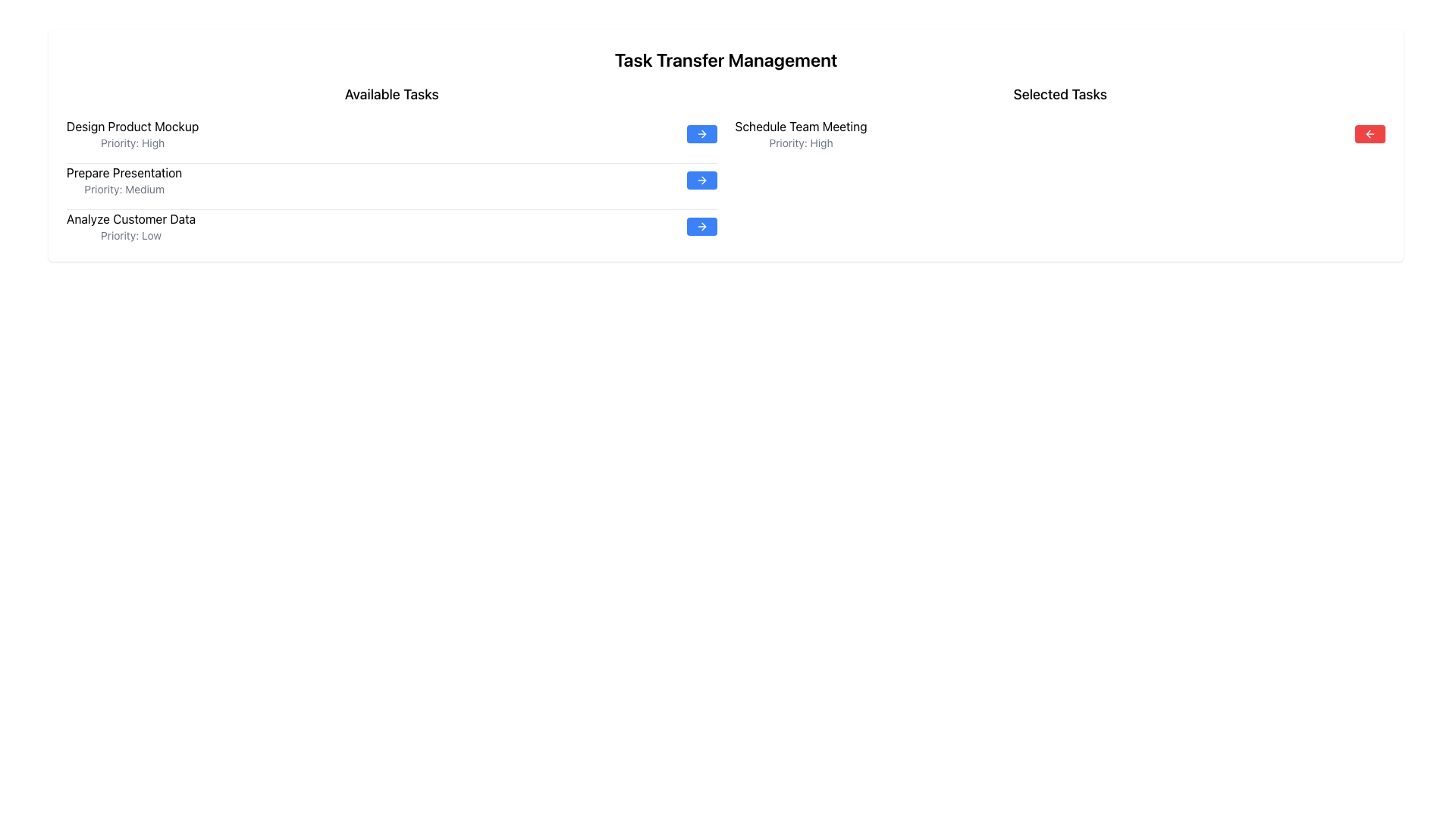  I want to click on the navigation button icon located in the 'Available Tasks' section, next to the task labeled 'Prepare Presentation', so click(701, 180).